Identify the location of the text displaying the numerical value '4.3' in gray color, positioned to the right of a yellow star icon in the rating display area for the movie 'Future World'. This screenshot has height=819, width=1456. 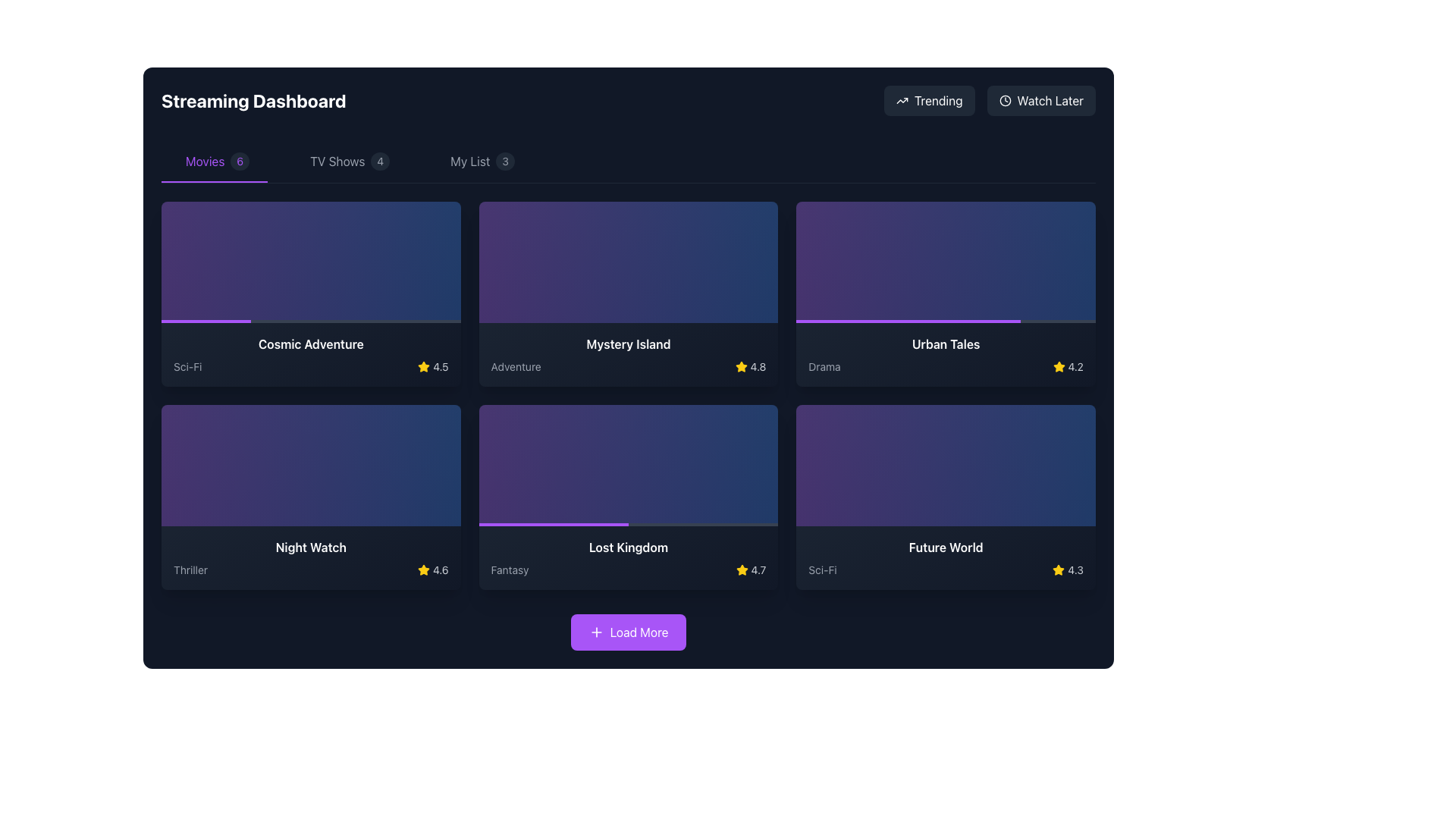
(1075, 570).